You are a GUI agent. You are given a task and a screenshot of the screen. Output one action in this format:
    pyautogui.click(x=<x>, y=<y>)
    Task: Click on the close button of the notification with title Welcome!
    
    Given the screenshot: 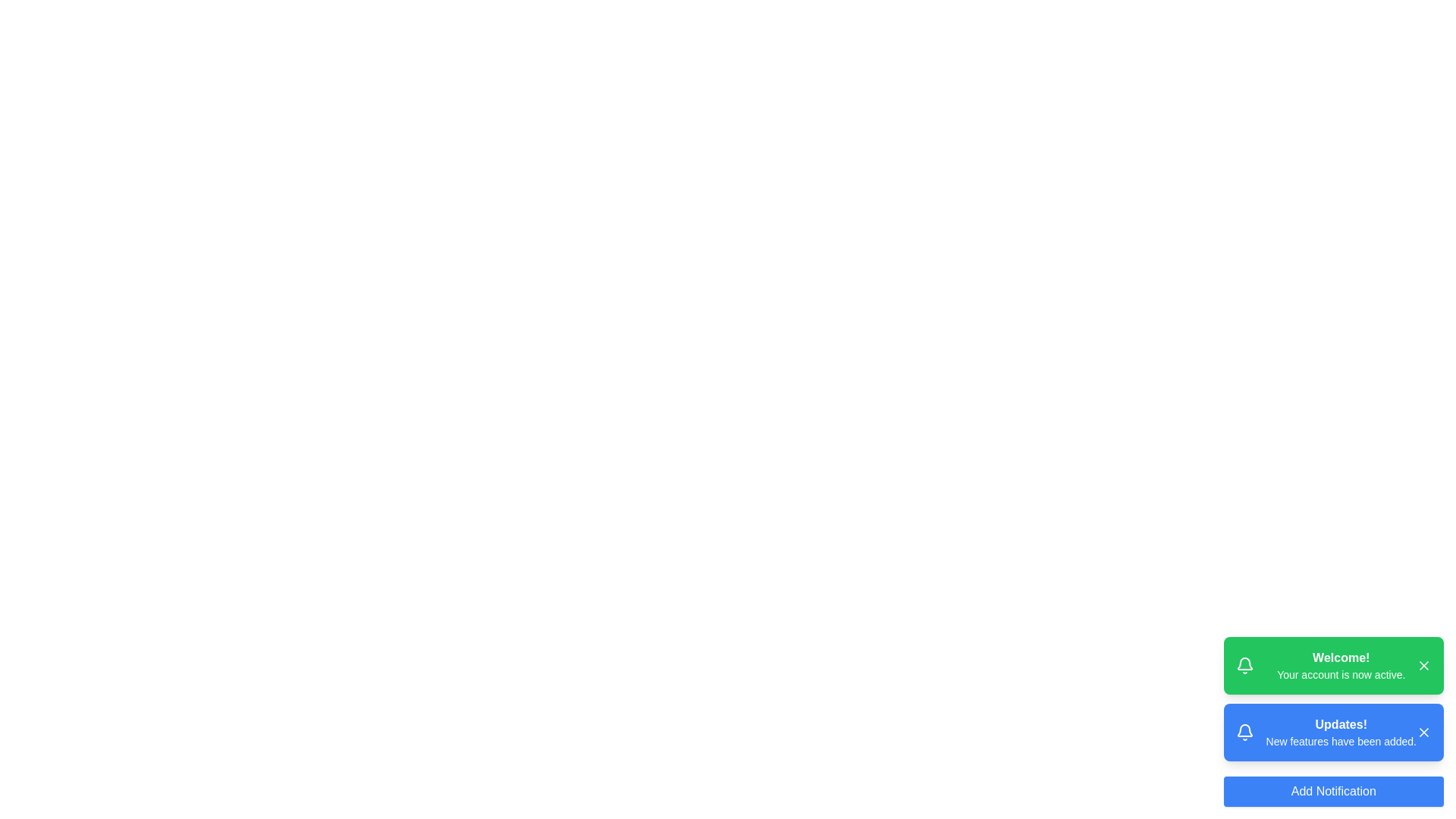 What is the action you would take?
    pyautogui.click(x=1423, y=665)
    